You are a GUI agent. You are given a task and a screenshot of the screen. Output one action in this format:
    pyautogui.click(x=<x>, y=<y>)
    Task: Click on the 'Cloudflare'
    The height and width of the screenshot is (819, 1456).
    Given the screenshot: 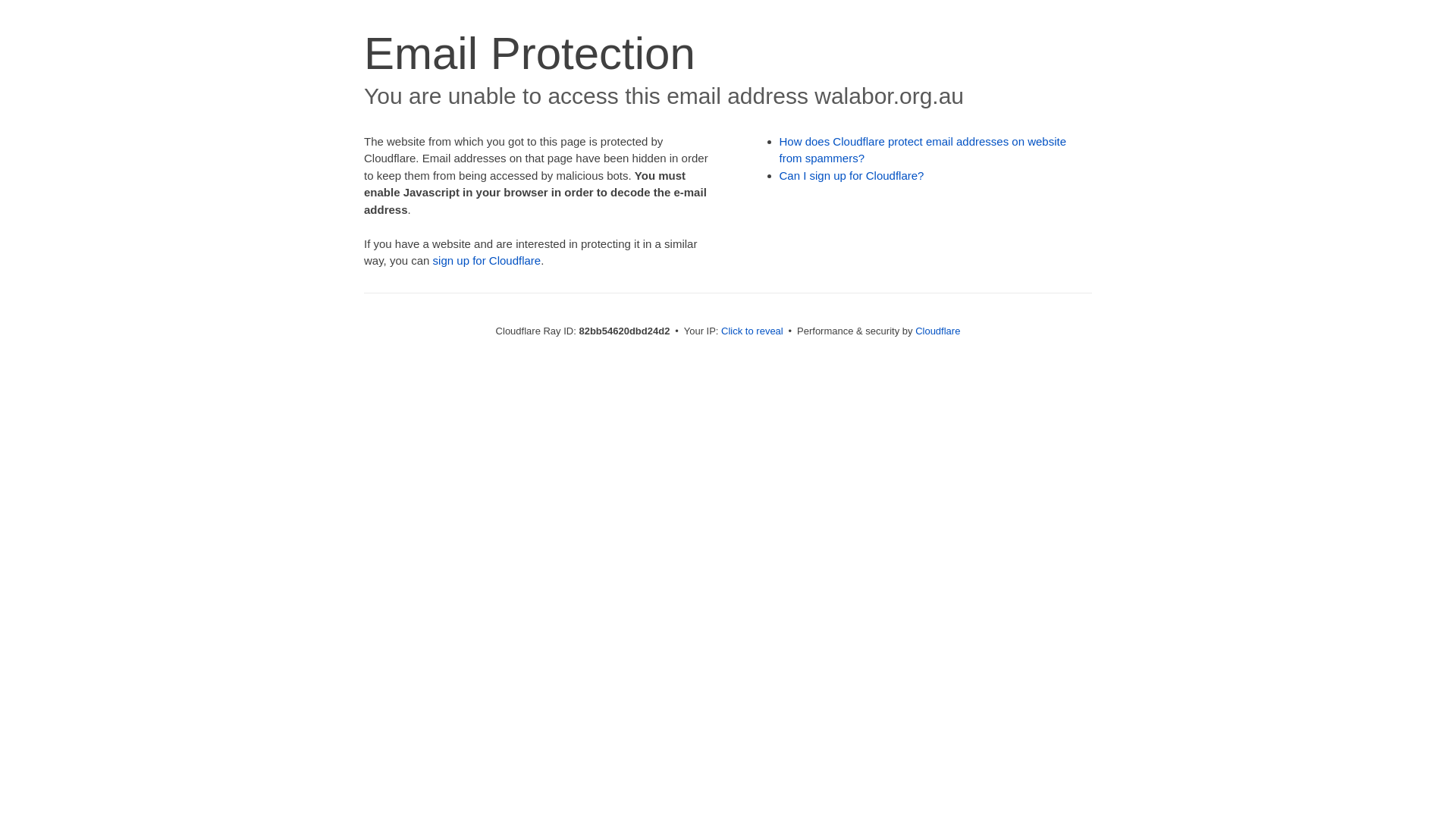 What is the action you would take?
    pyautogui.click(x=937, y=330)
    